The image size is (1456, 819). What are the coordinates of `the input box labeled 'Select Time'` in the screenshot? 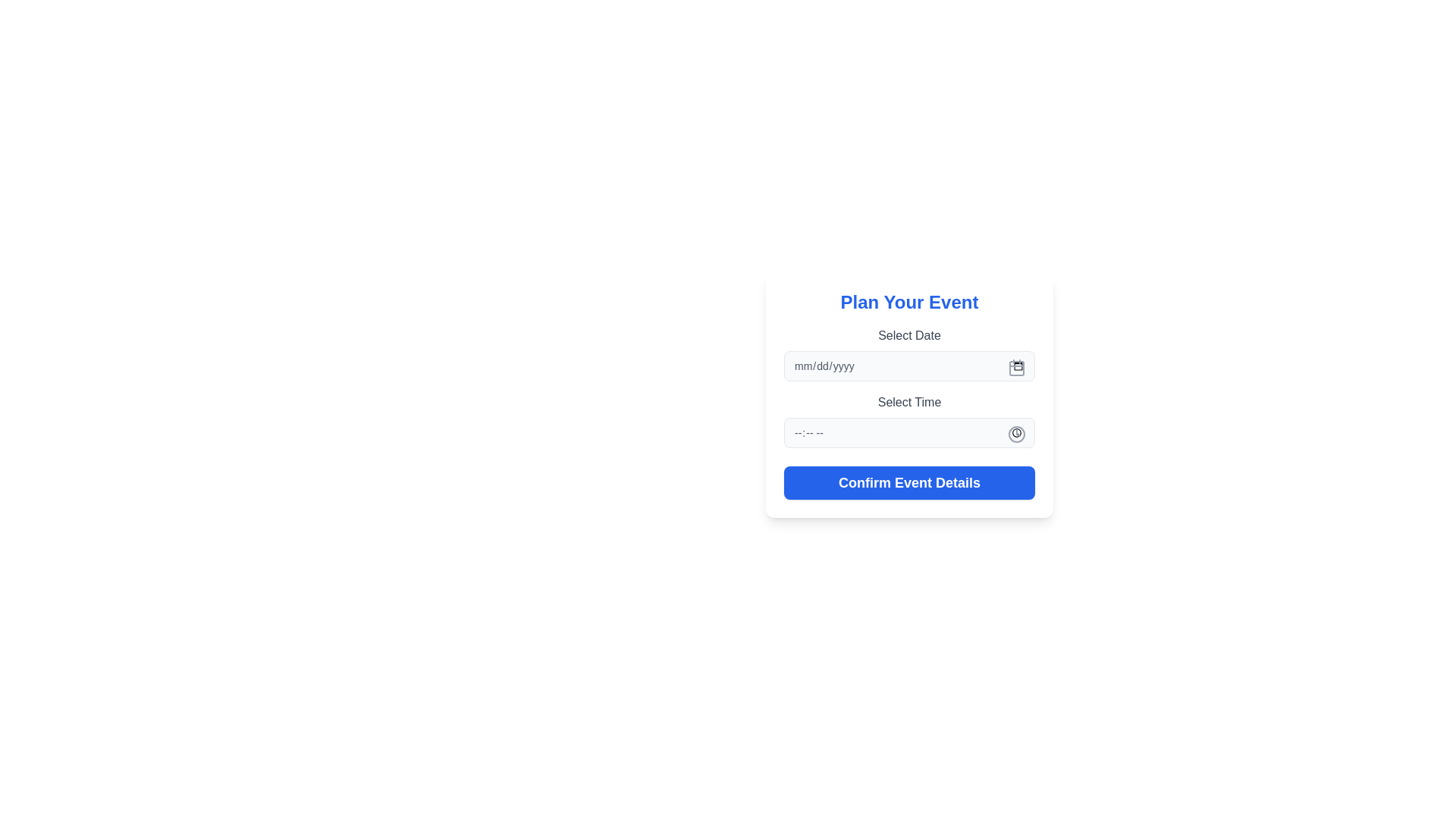 It's located at (909, 421).